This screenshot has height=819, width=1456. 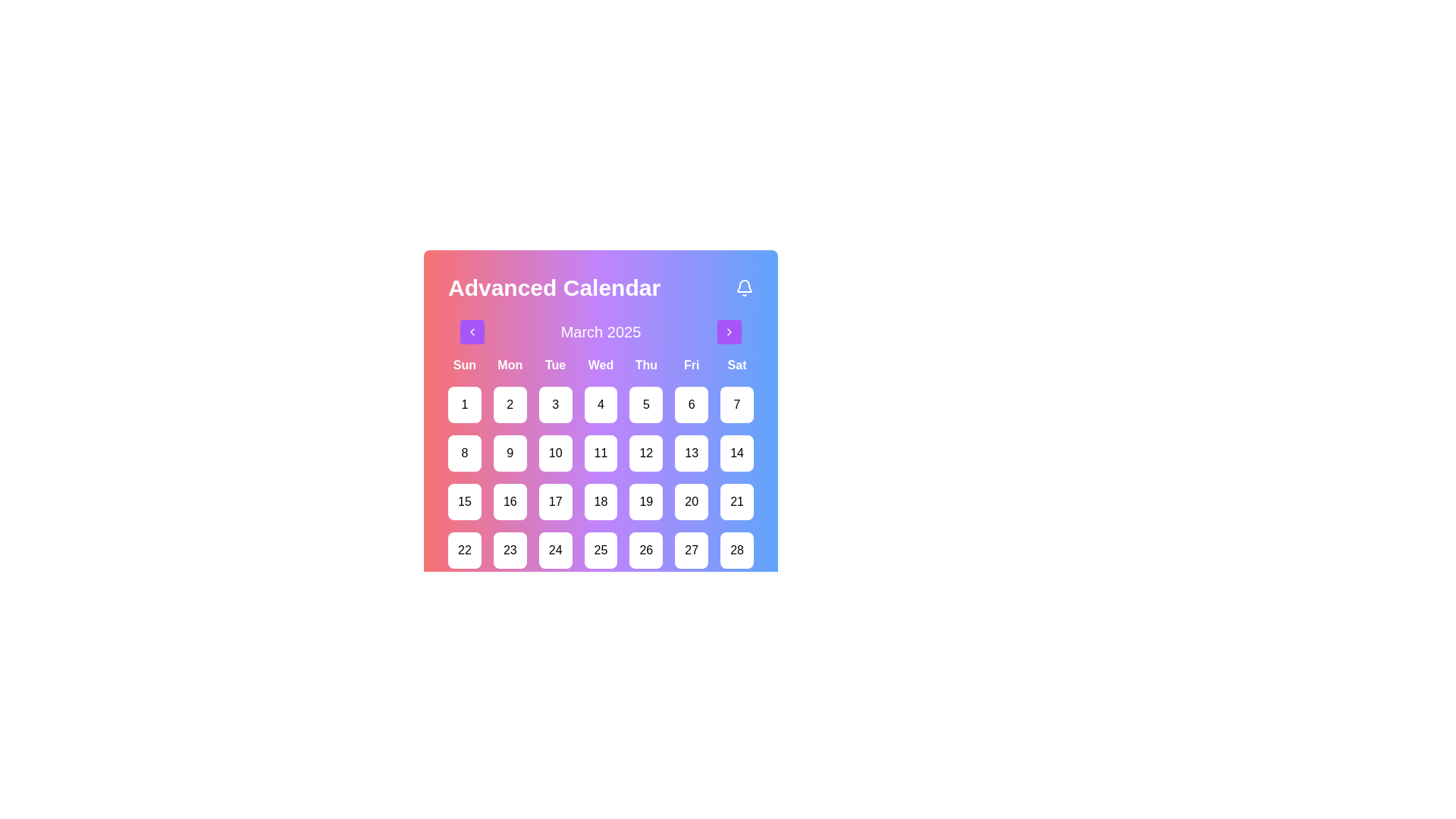 I want to click on the interactive calendar date cell displaying '28' in the last column of the fifth row, so click(x=737, y=550).